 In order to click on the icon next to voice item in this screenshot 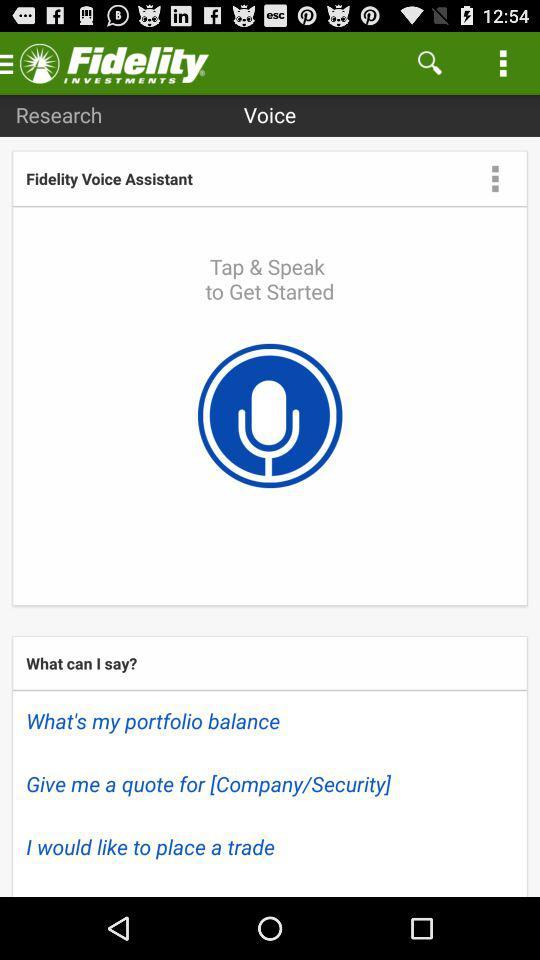, I will do `click(428, 62)`.